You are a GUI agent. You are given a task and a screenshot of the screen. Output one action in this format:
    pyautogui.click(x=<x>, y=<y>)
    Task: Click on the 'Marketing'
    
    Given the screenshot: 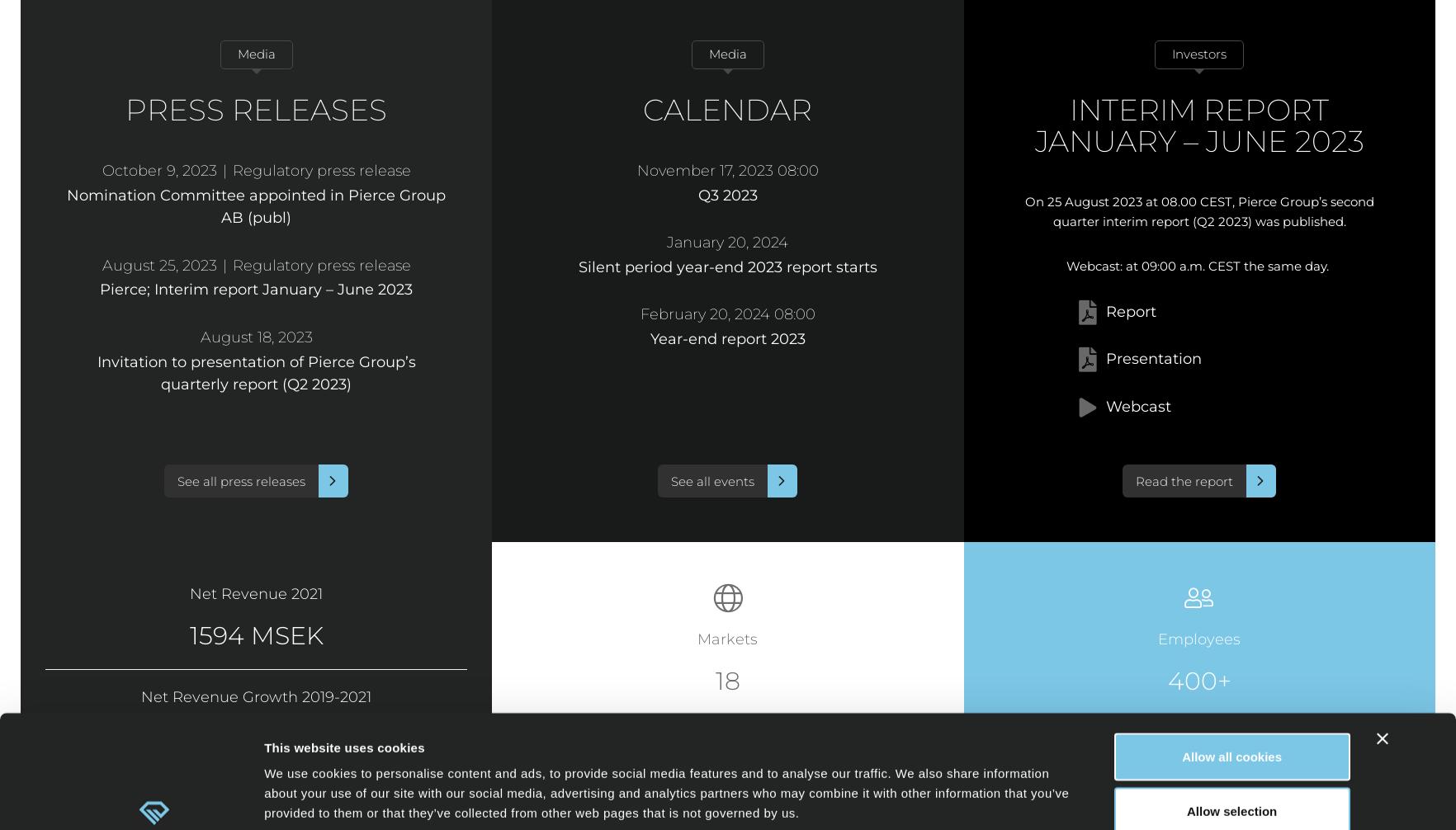 What is the action you would take?
    pyautogui.click(x=754, y=775)
    